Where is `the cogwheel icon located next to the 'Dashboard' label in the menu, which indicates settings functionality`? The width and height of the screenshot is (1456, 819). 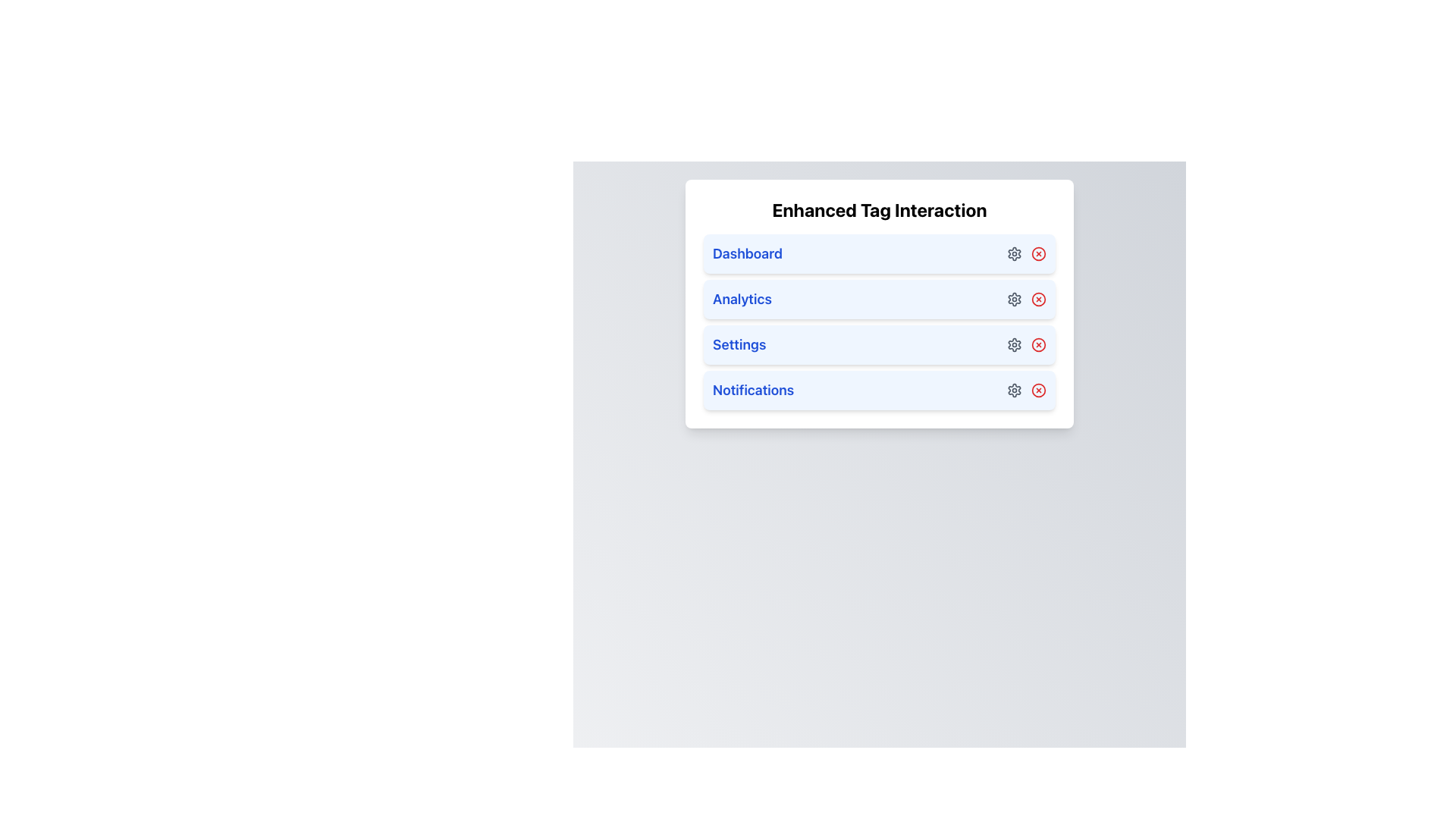
the cogwheel icon located next to the 'Dashboard' label in the menu, which indicates settings functionality is located at coordinates (1015, 253).